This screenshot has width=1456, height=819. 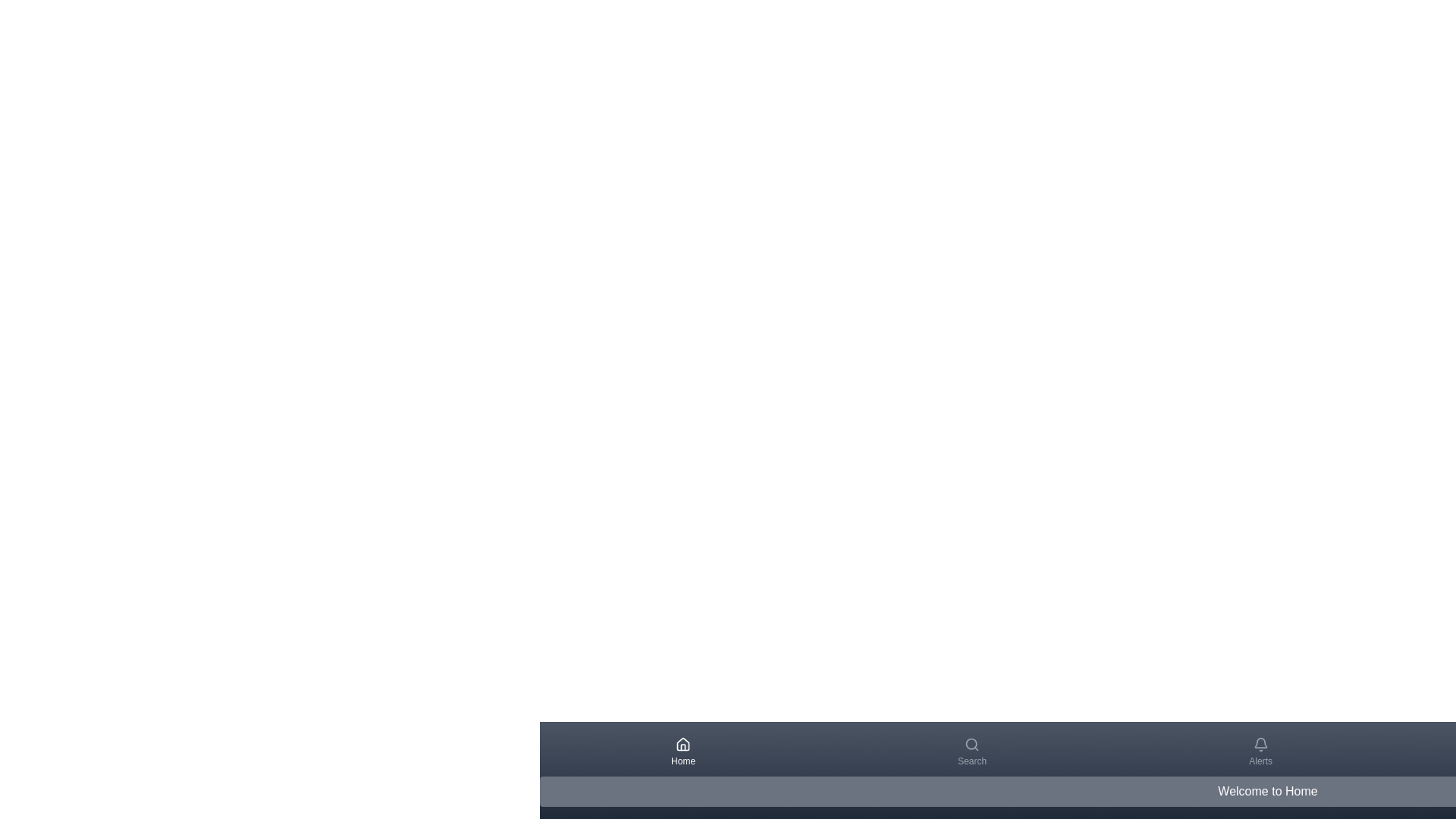 I want to click on the Alerts tab icon to see the hover effect, so click(x=1260, y=752).